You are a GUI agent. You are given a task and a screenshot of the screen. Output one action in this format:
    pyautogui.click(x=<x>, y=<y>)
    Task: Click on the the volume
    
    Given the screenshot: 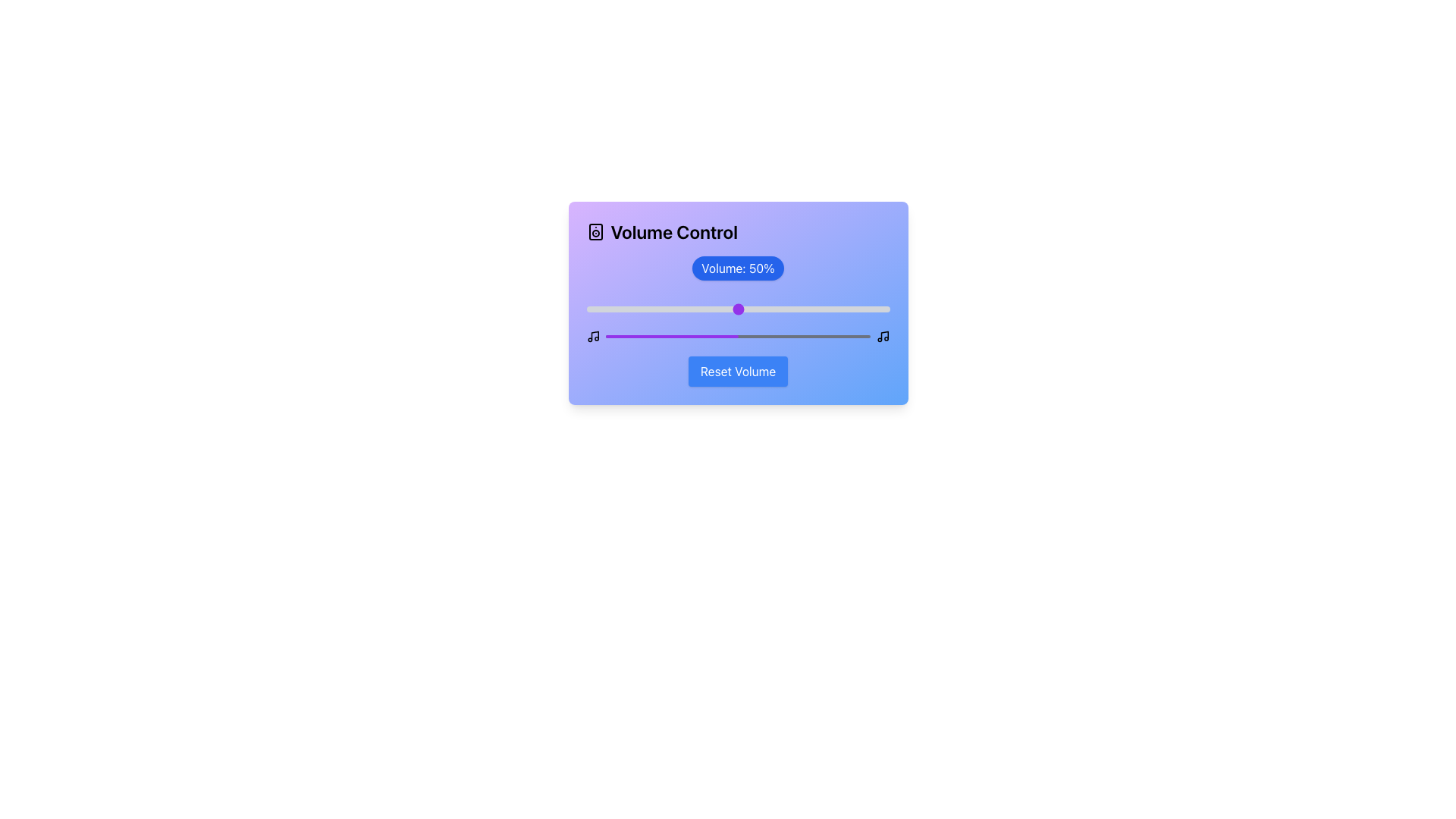 What is the action you would take?
    pyautogui.click(x=751, y=335)
    